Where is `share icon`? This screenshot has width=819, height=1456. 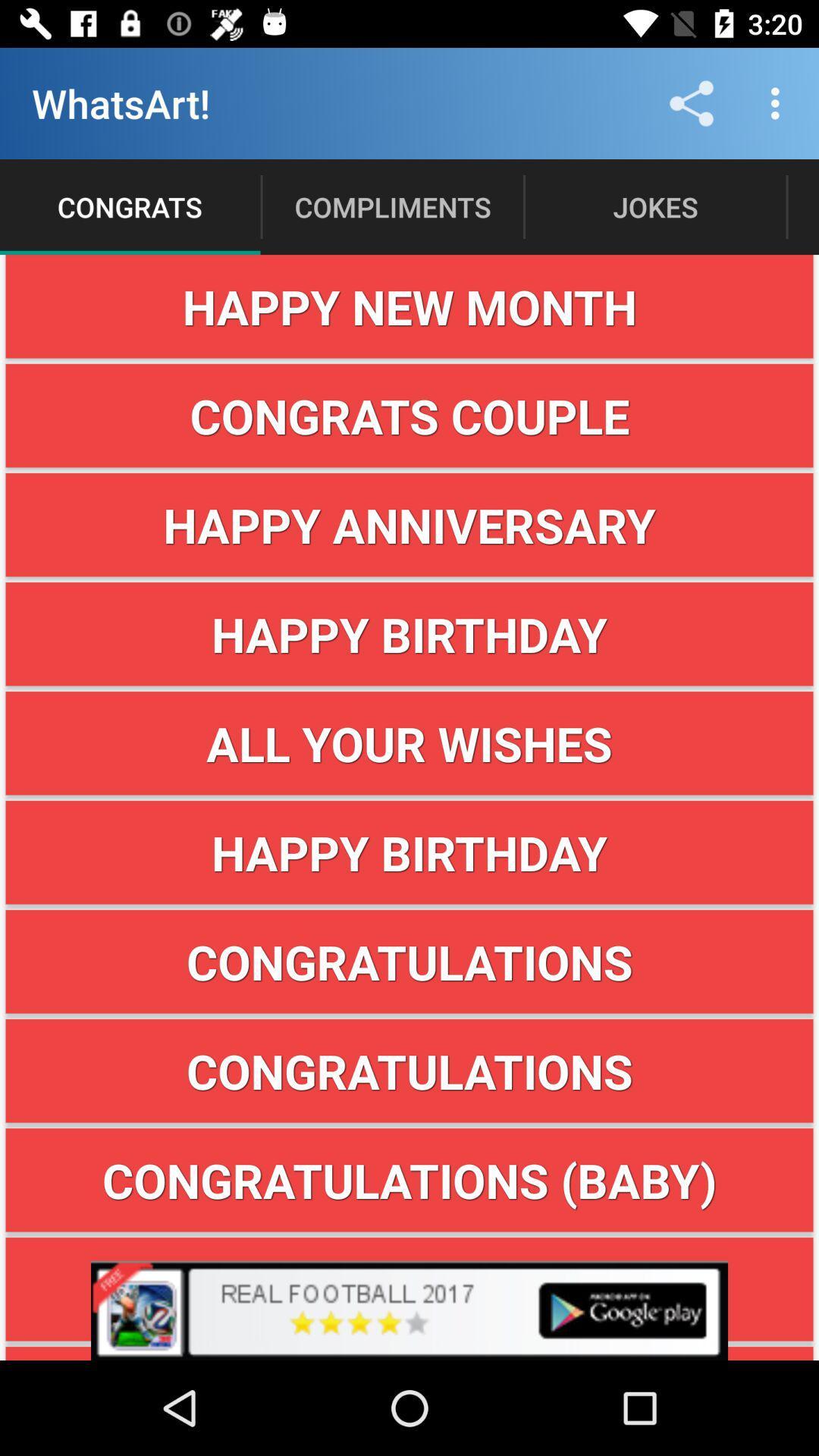 share icon is located at coordinates (691, 103).